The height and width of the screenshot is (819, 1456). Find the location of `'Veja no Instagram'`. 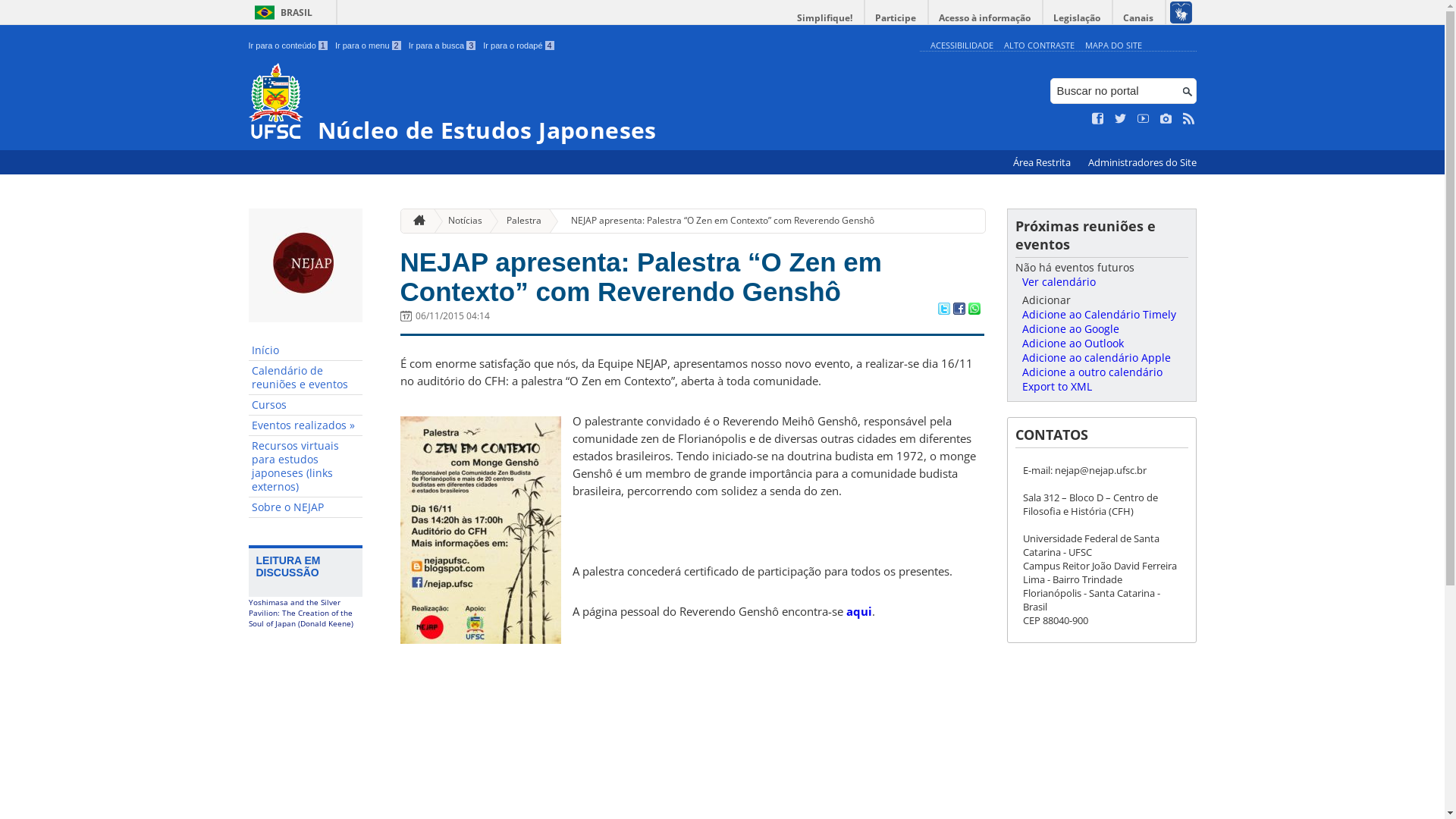

'Veja no Instagram' is located at coordinates (1159, 118).